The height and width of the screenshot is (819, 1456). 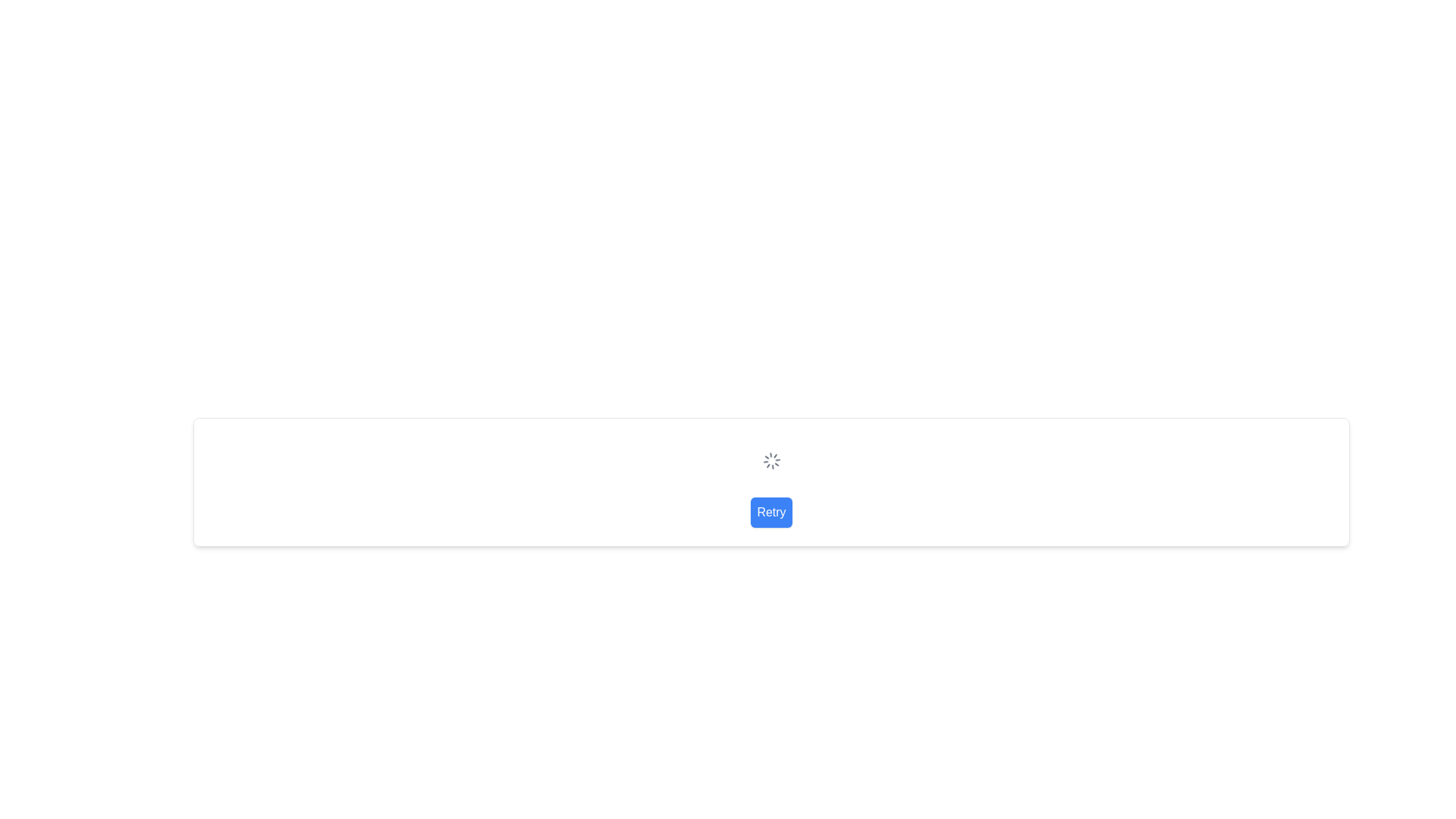 I want to click on the 'Retry' button, which is a rectangular button with rounded corners, a blue background, and white text, positioned below a spinning loader icon, so click(x=771, y=512).